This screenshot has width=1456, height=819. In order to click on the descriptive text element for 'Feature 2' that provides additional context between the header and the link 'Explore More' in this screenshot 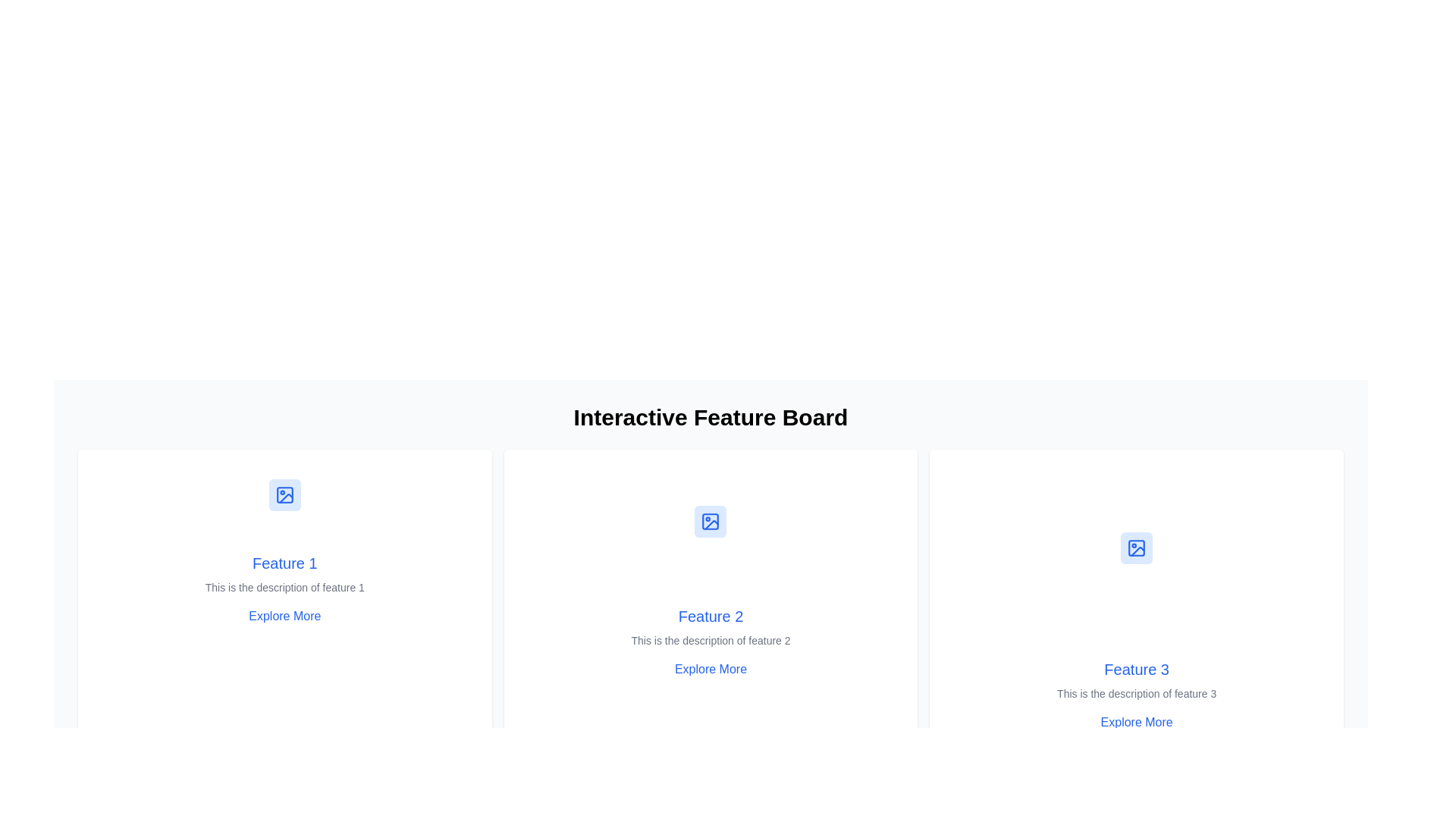, I will do `click(710, 640)`.